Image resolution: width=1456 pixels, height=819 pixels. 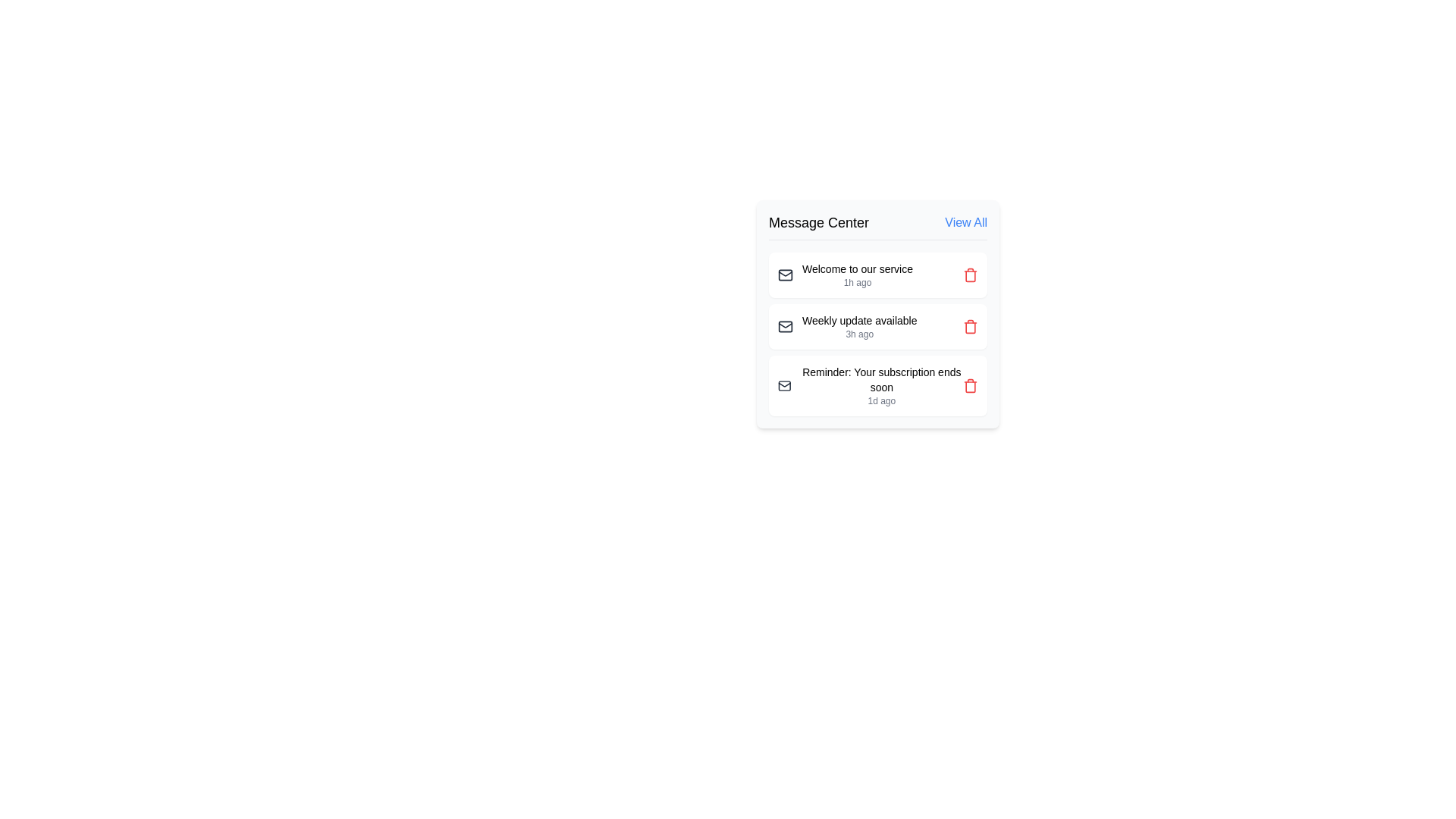 I want to click on the welcome message text label located in the first notification entry of the 'Message Center', so click(x=858, y=268).